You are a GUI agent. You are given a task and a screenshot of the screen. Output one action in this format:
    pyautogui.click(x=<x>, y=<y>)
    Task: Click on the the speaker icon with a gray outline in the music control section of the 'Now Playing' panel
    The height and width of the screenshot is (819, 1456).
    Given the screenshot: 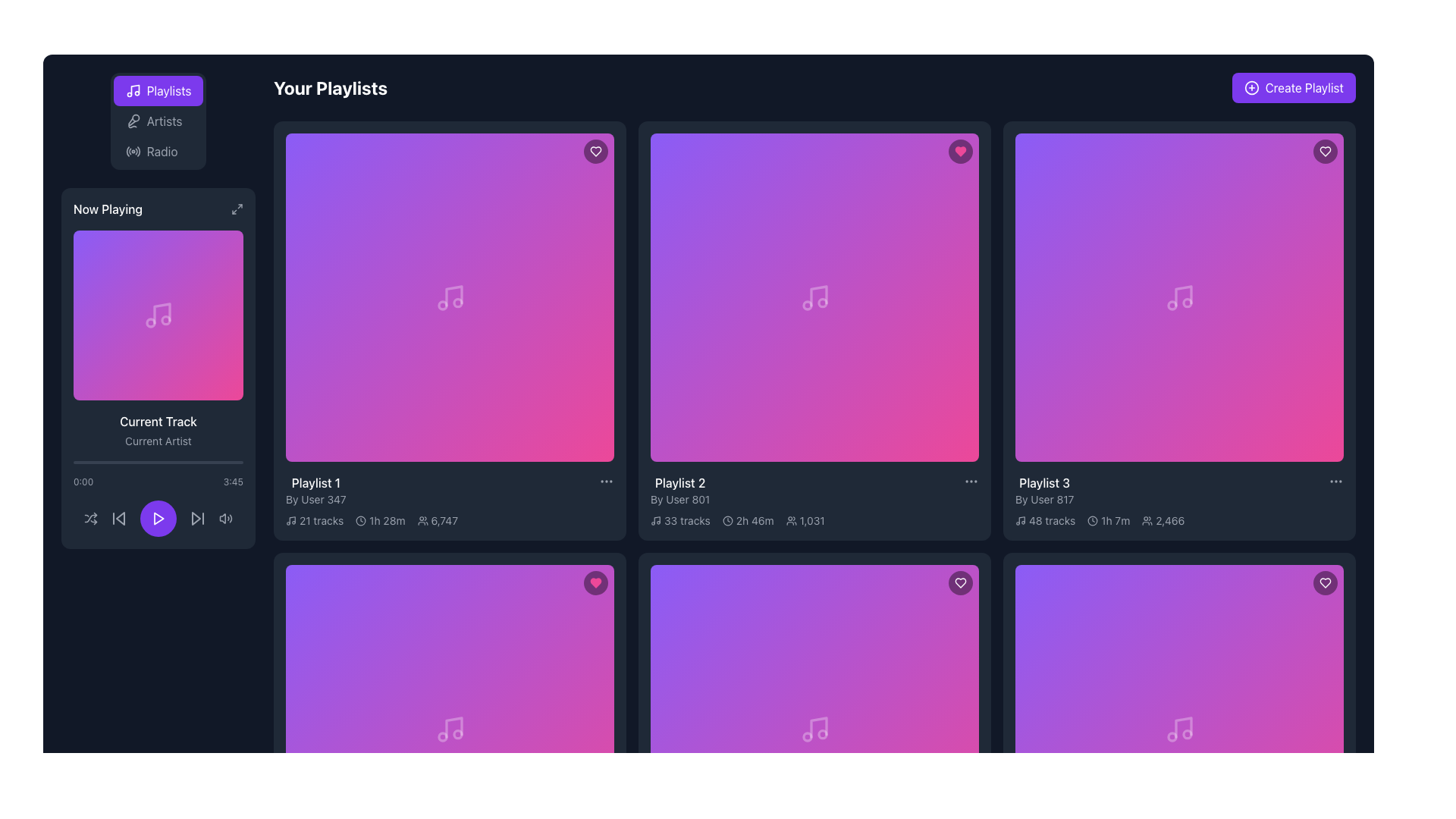 What is the action you would take?
    pyautogui.click(x=224, y=517)
    